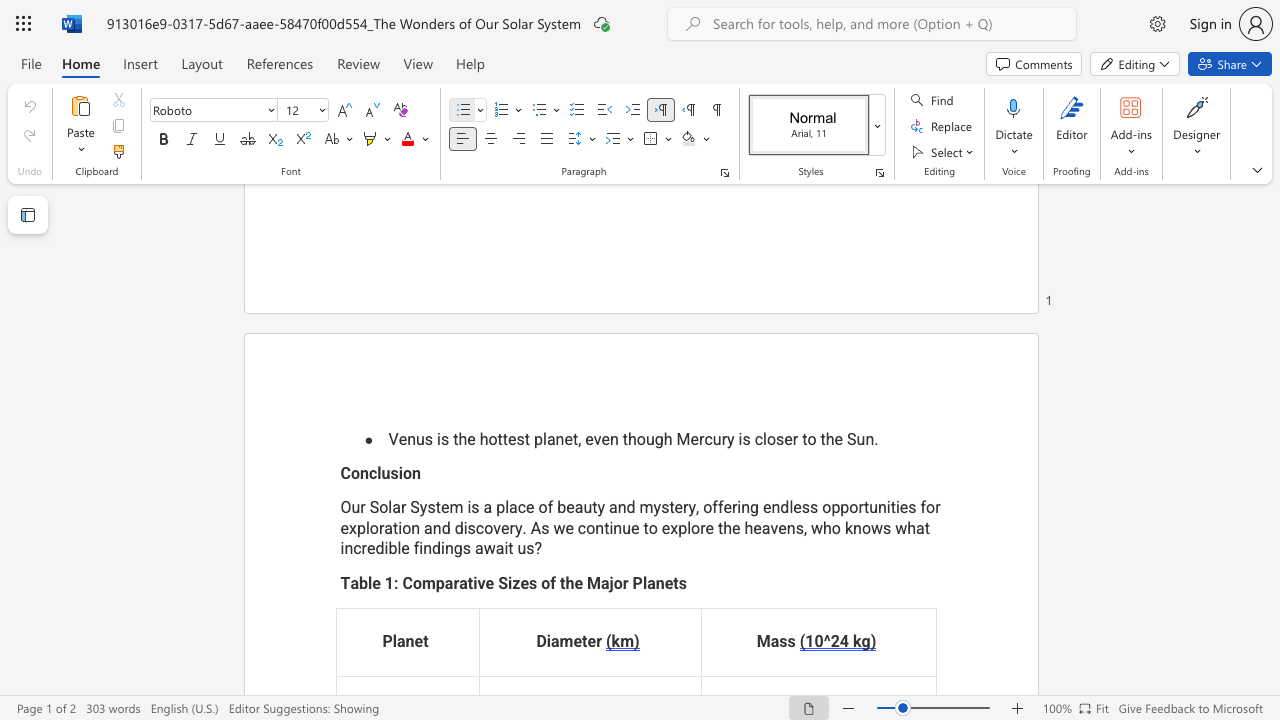  I want to click on the 2th character "n" in the text, so click(415, 473).